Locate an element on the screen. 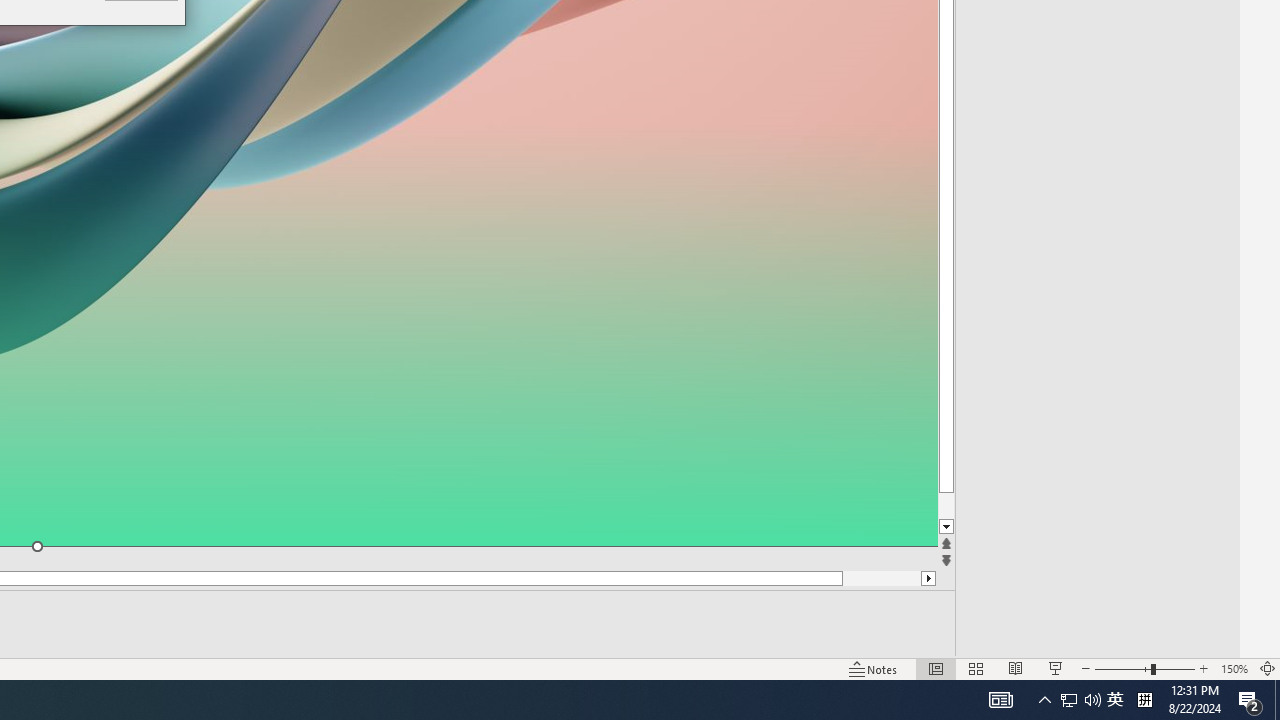  'Q2790: 100%' is located at coordinates (1068, 698).